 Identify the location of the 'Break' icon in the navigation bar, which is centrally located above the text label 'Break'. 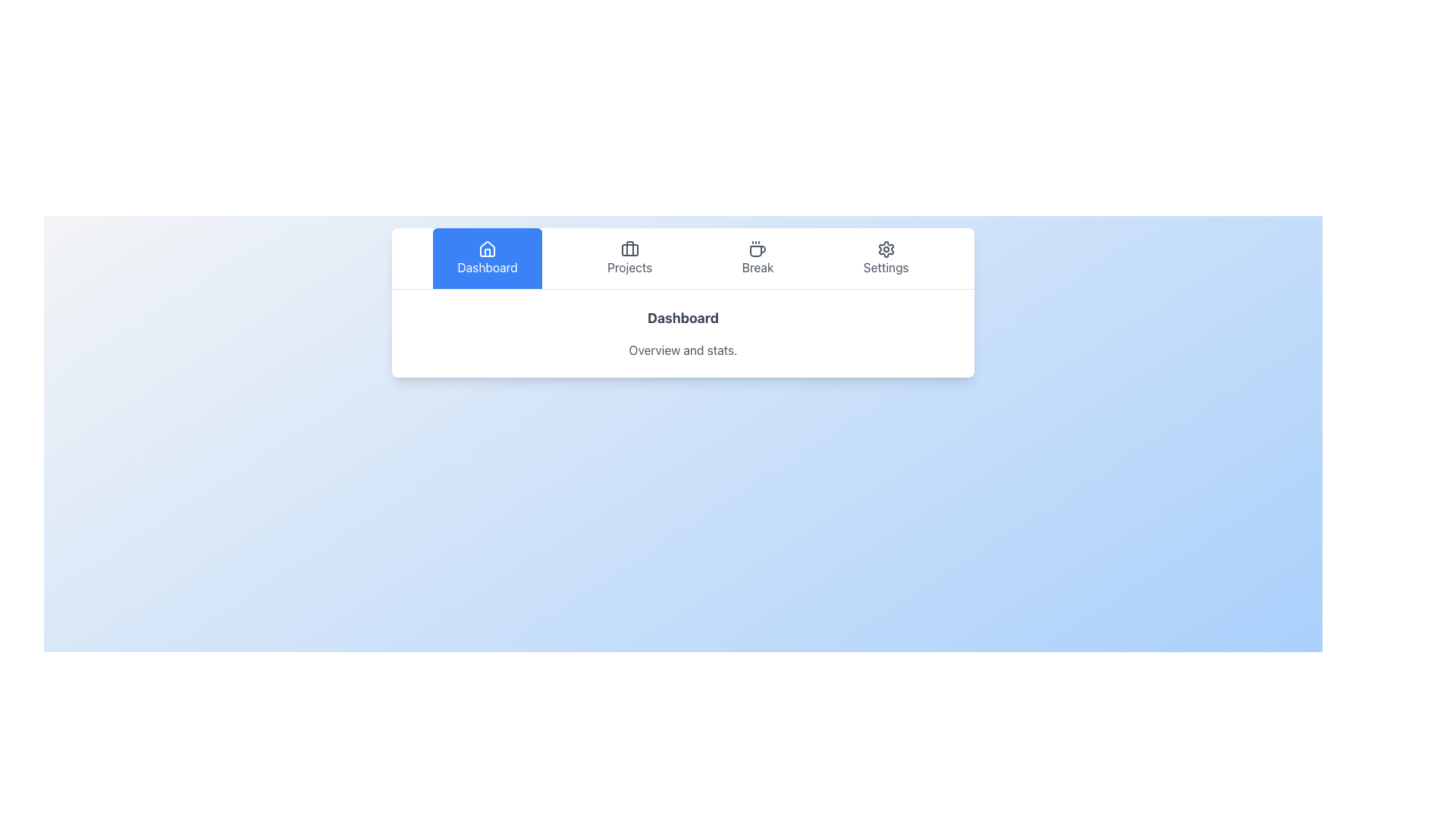
(758, 248).